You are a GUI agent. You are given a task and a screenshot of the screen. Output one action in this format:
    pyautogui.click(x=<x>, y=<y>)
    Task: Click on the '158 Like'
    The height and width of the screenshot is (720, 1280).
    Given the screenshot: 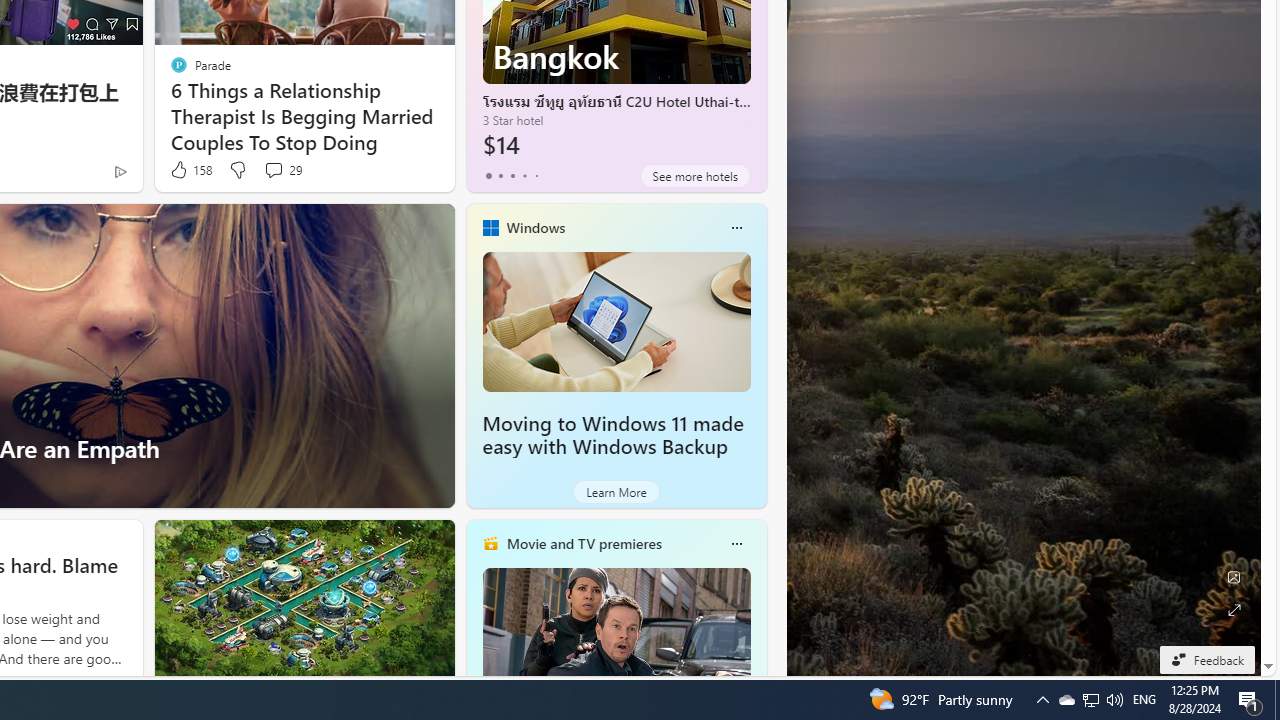 What is the action you would take?
    pyautogui.click(x=190, y=169)
    